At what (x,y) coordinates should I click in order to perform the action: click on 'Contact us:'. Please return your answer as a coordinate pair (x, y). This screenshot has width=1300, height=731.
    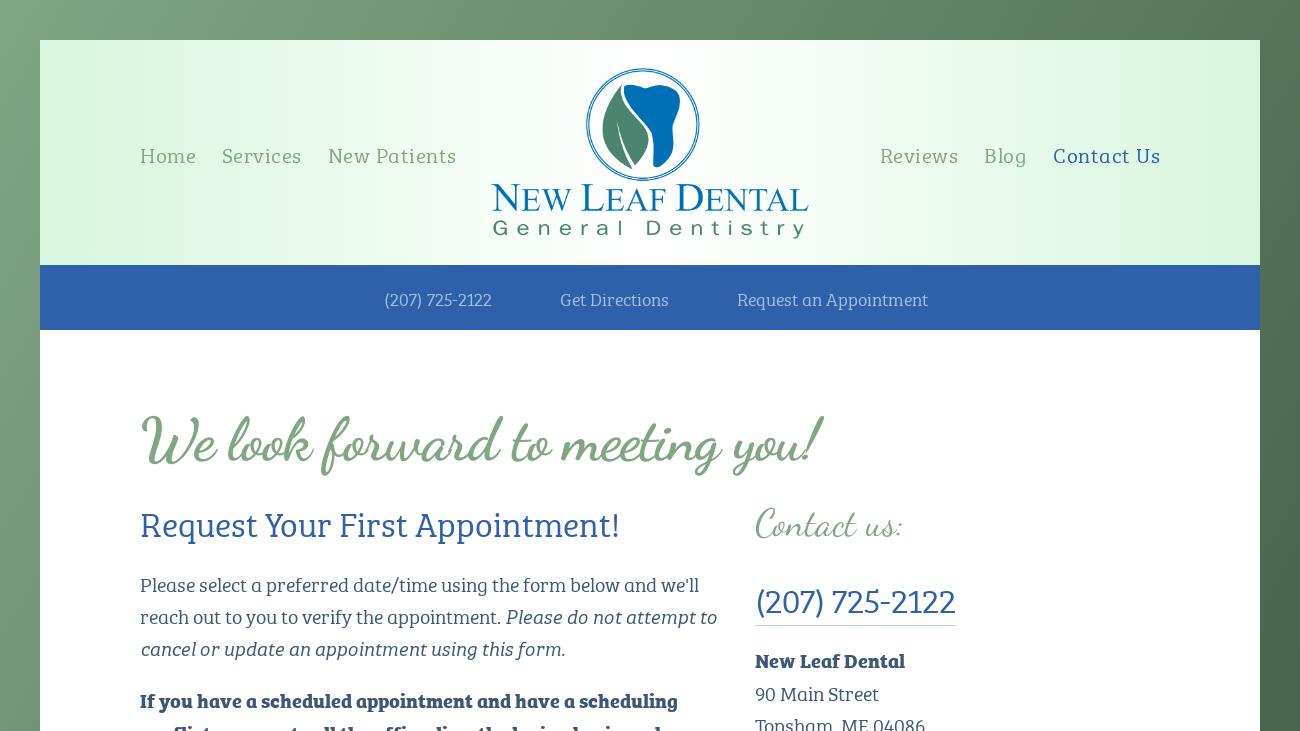
    Looking at the image, I should click on (828, 522).